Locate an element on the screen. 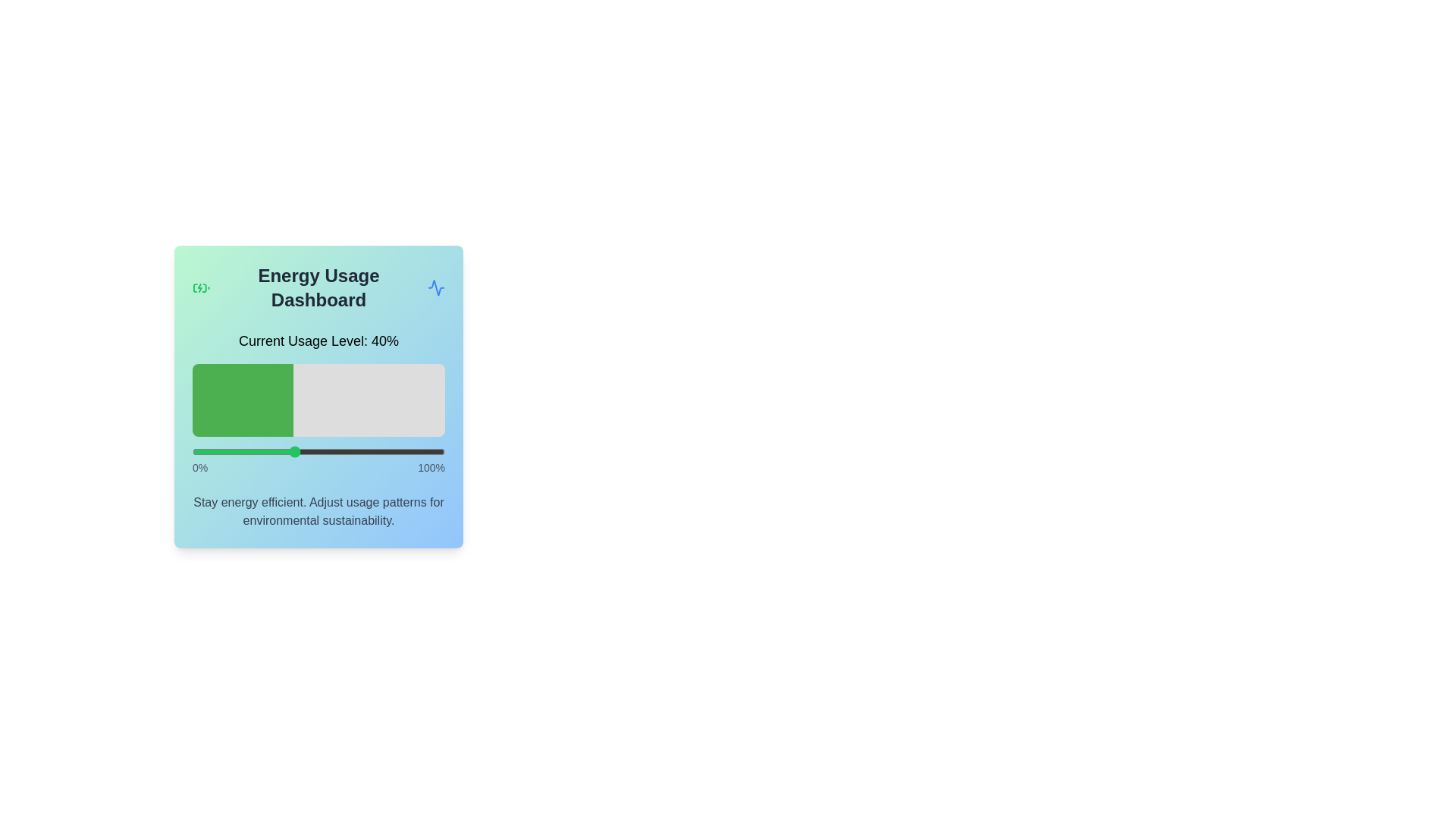 The height and width of the screenshot is (819, 1456). the battery_charging icon in the header is located at coordinates (200, 288).